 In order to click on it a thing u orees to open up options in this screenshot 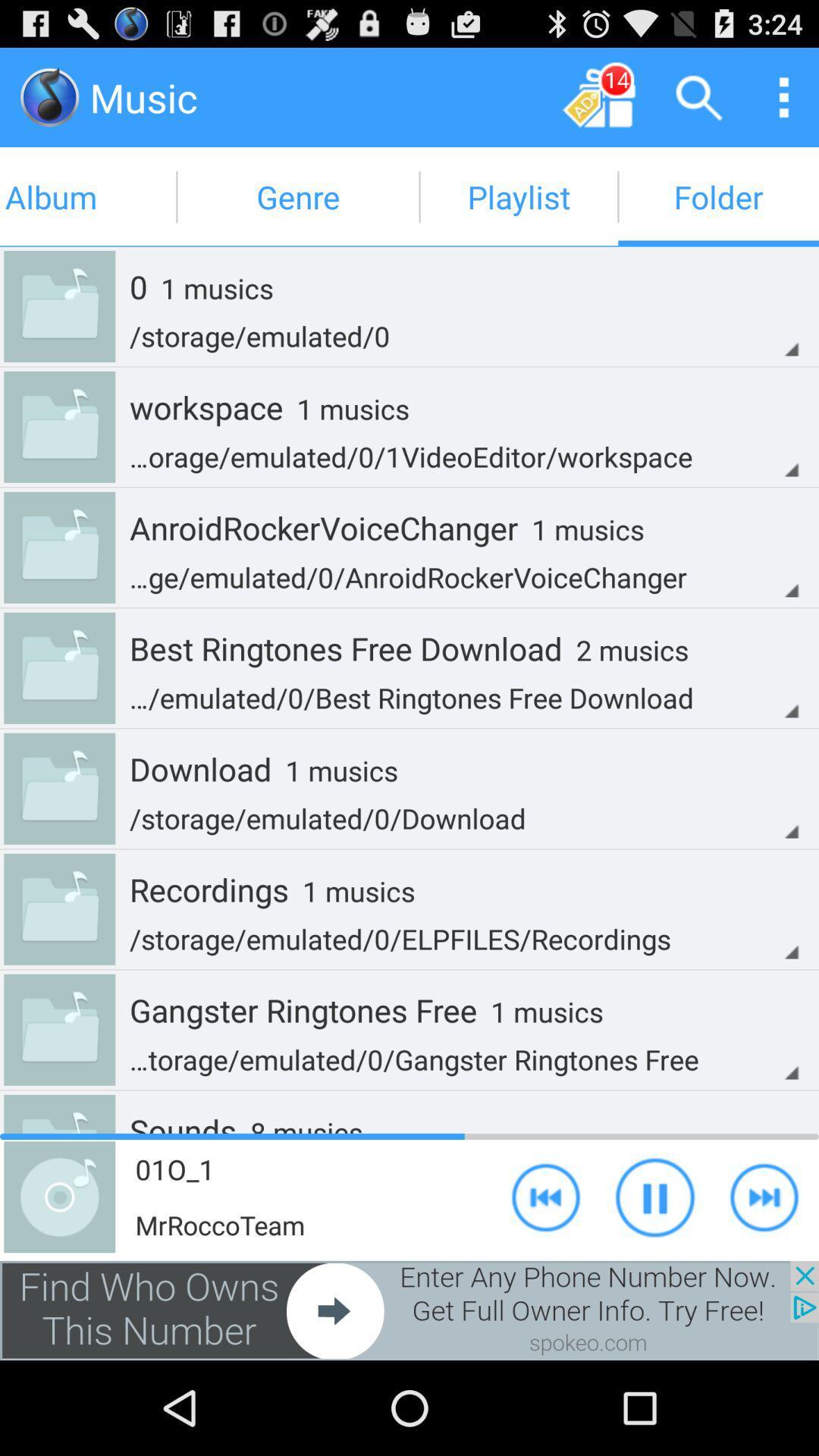, I will do `click(783, 96)`.